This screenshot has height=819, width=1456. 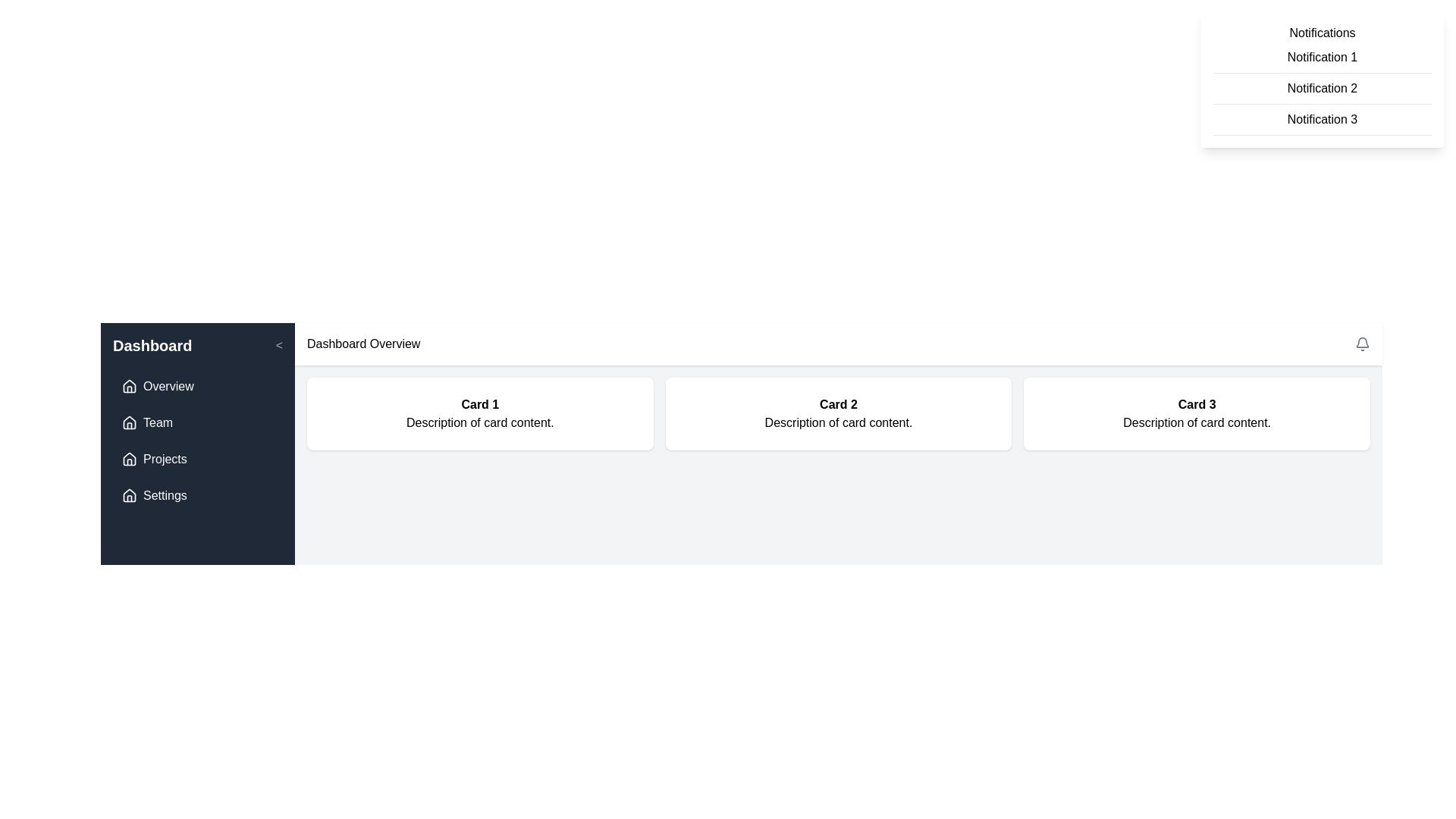 What do you see at coordinates (1362, 342) in the screenshot?
I see `the main body of the bell icon located at the top-right corner of the interface, which indicates notifications` at bounding box center [1362, 342].